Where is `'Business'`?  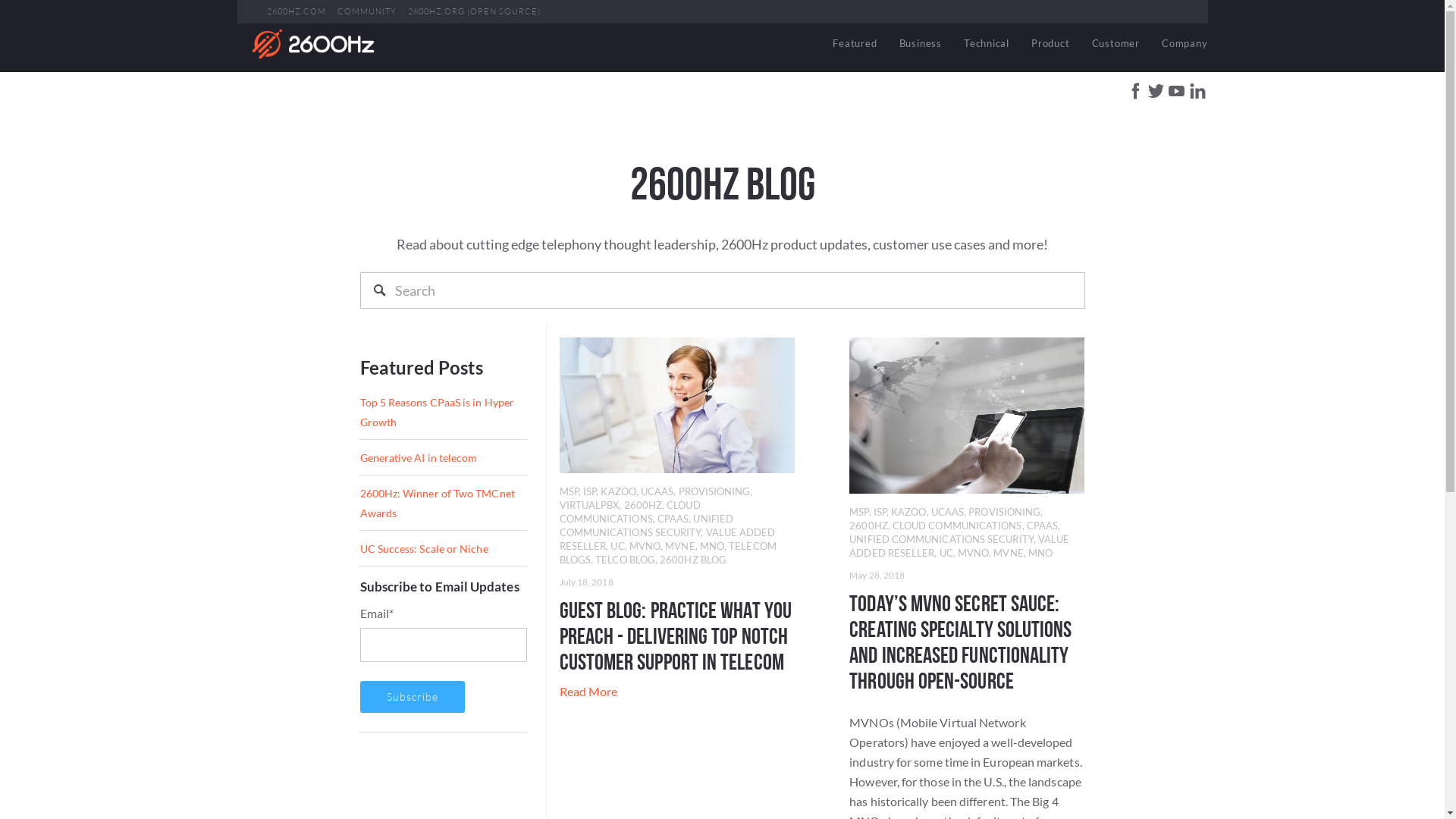 'Business' is located at coordinates (920, 43).